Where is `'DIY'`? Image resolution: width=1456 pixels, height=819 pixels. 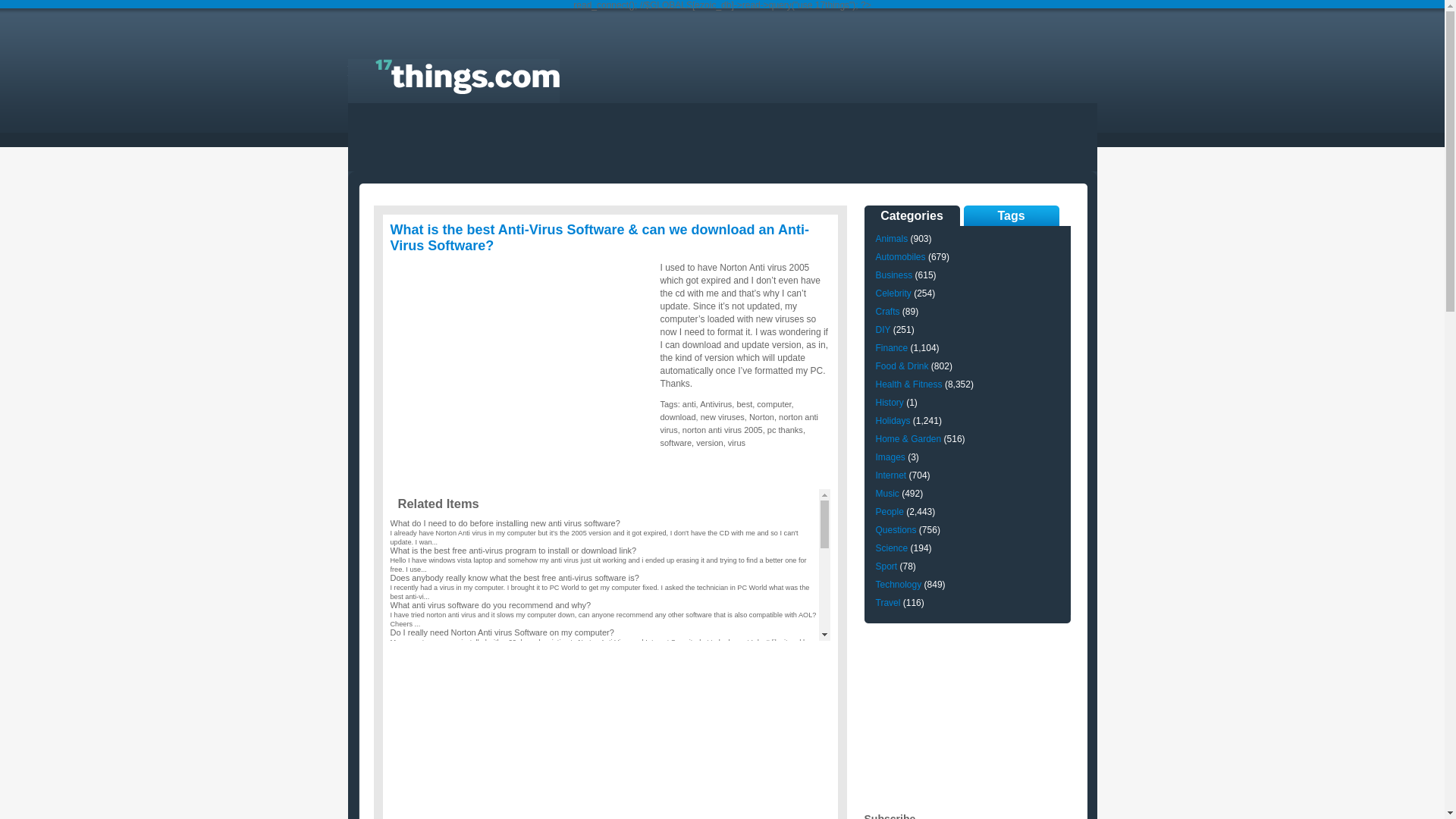 'DIY' is located at coordinates (882, 329).